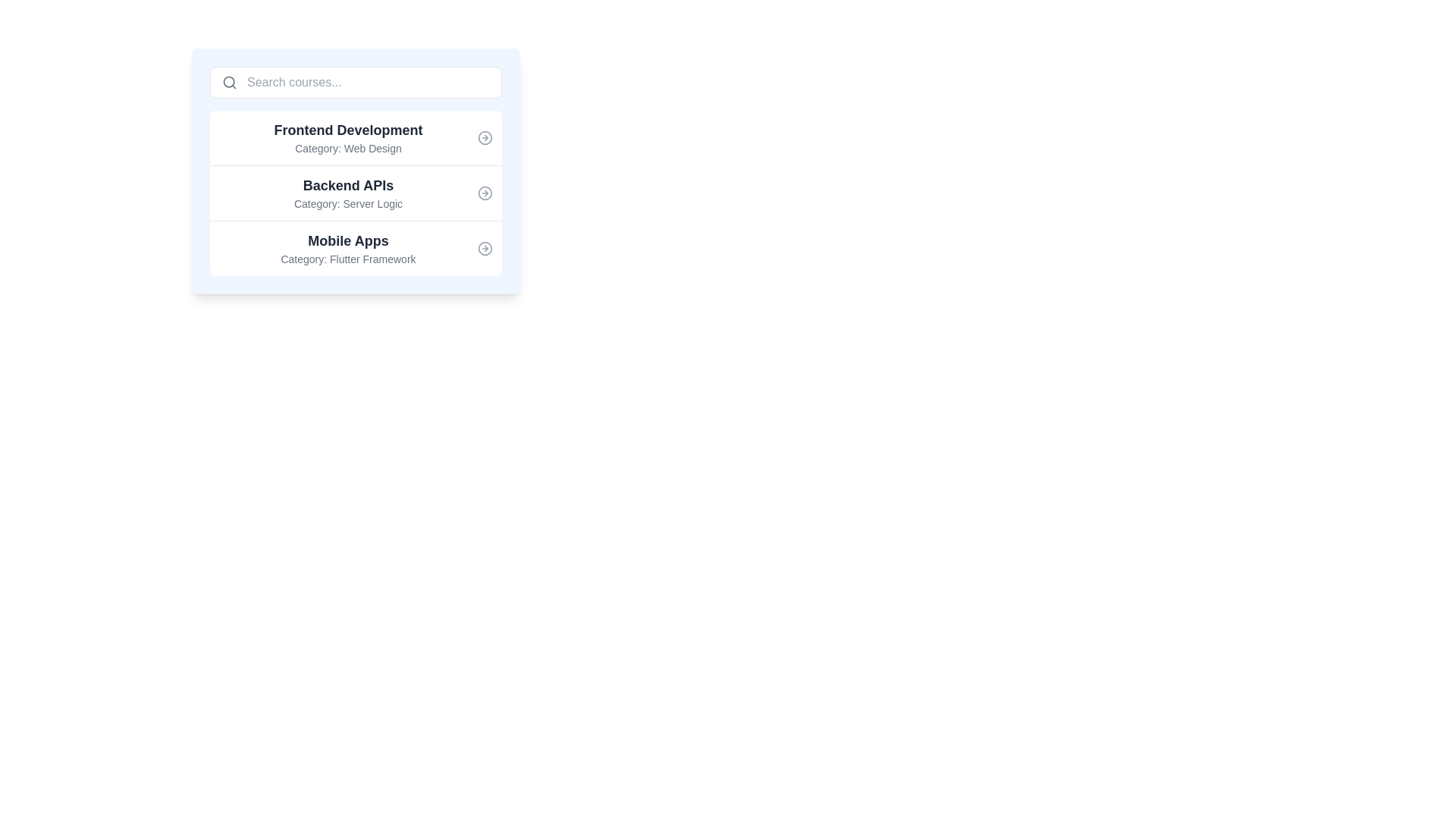 This screenshot has width=1456, height=819. What do you see at coordinates (347, 259) in the screenshot?
I see `the Text Label indicating the category 'Flutter Framework' associated with the 'Mobile Apps' entry, located beneath the 'Mobile Apps' title text` at bounding box center [347, 259].